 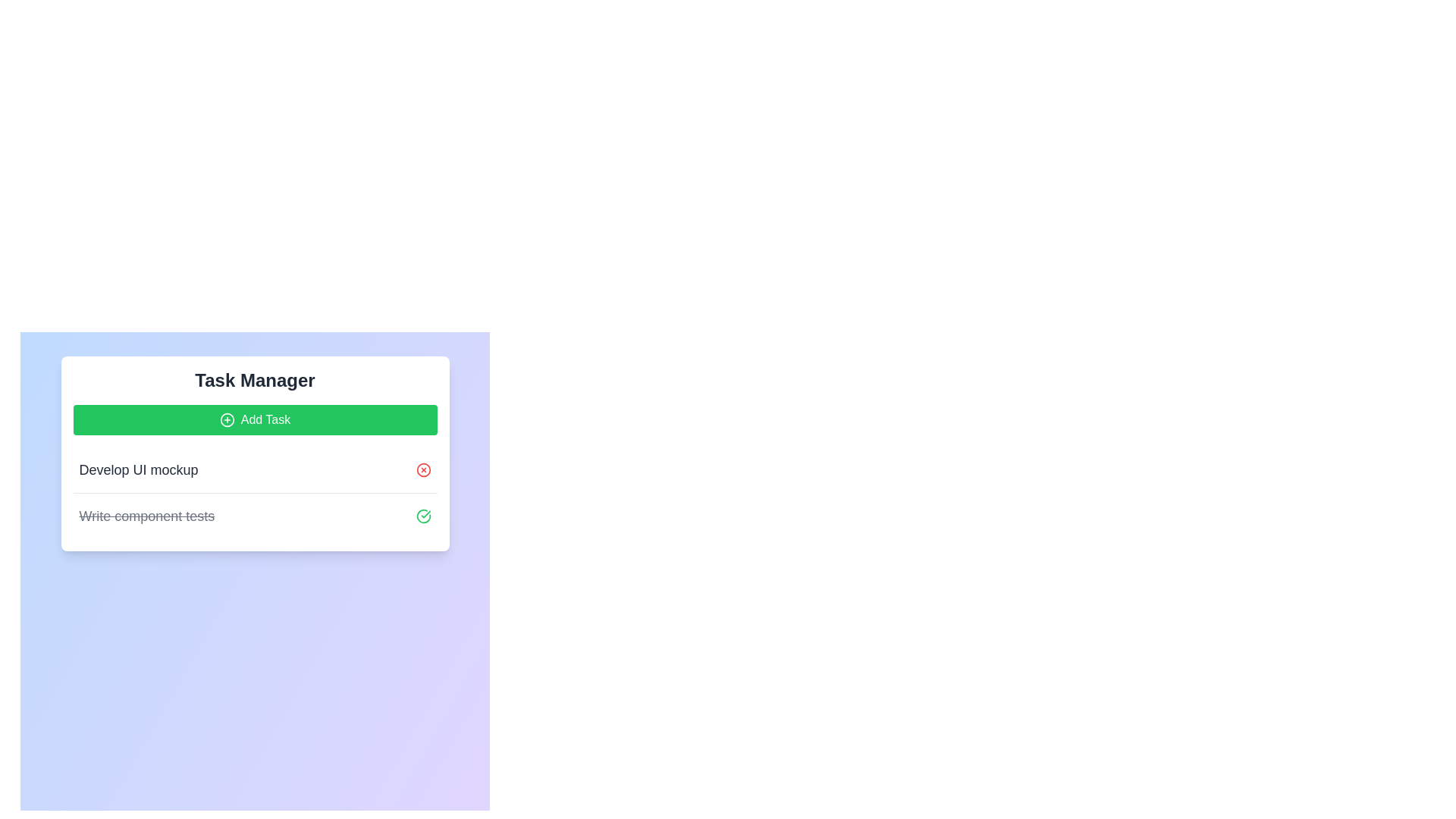 I want to click on the text label displaying 'Write component tests' in strikethrough style, indicating task completion, located in the second list item of the task list in the 'Task Manager' interface, so click(x=146, y=516).